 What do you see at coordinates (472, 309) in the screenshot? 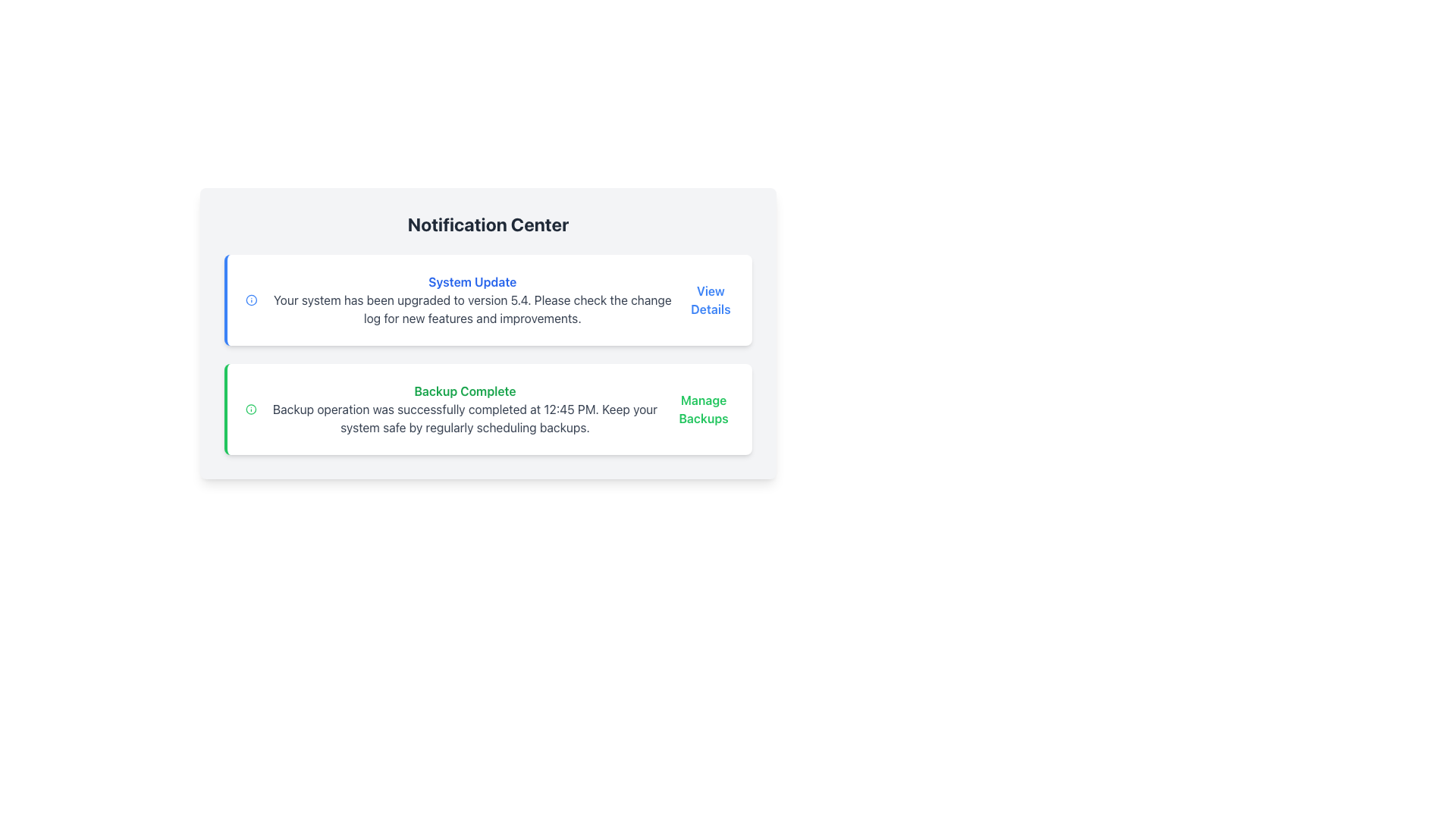
I see `the system update notification text that informs the user to examine the change log for further details` at bounding box center [472, 309].